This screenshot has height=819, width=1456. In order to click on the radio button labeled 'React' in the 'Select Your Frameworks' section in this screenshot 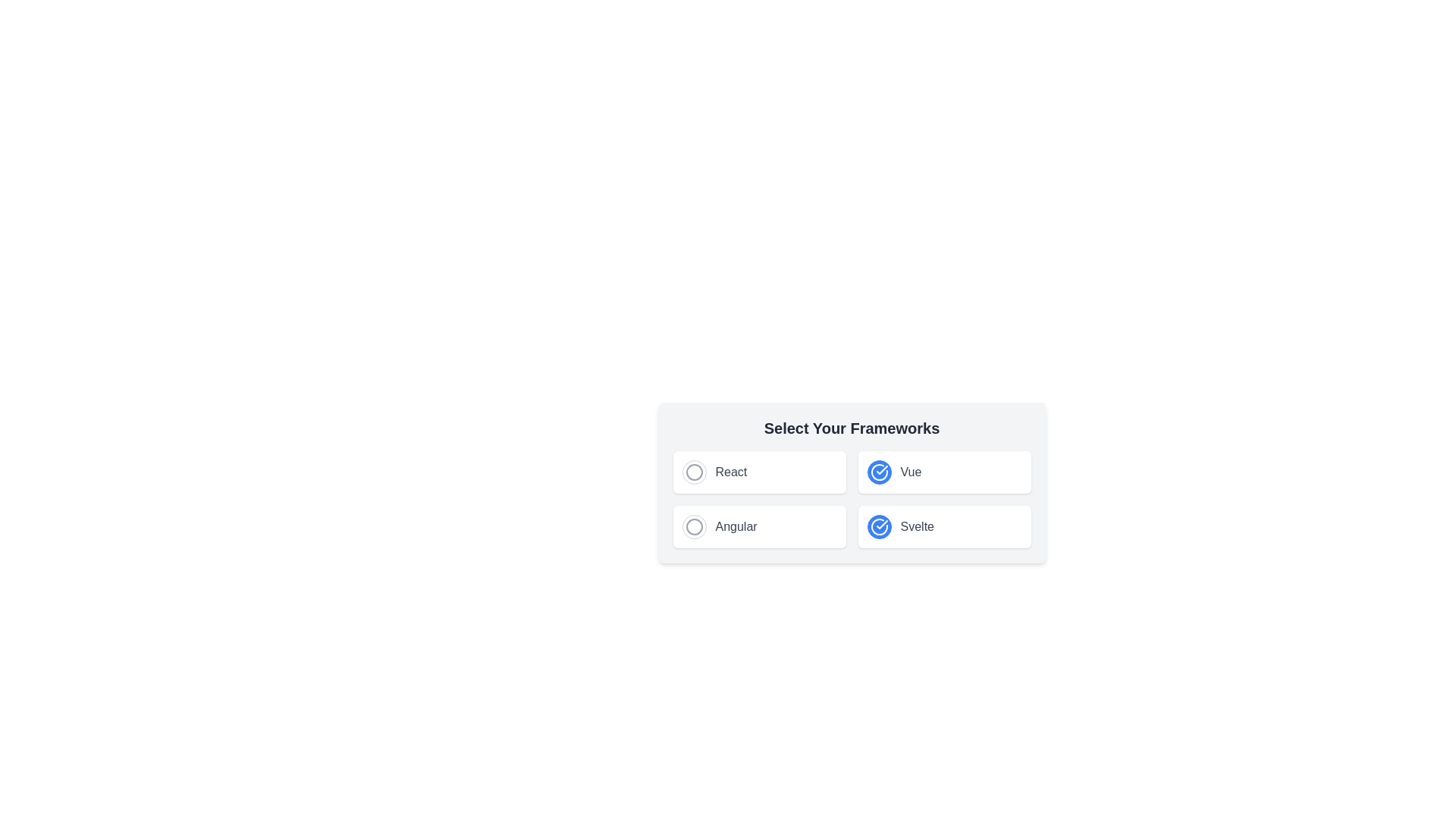, I will do `click(759, 472)`.